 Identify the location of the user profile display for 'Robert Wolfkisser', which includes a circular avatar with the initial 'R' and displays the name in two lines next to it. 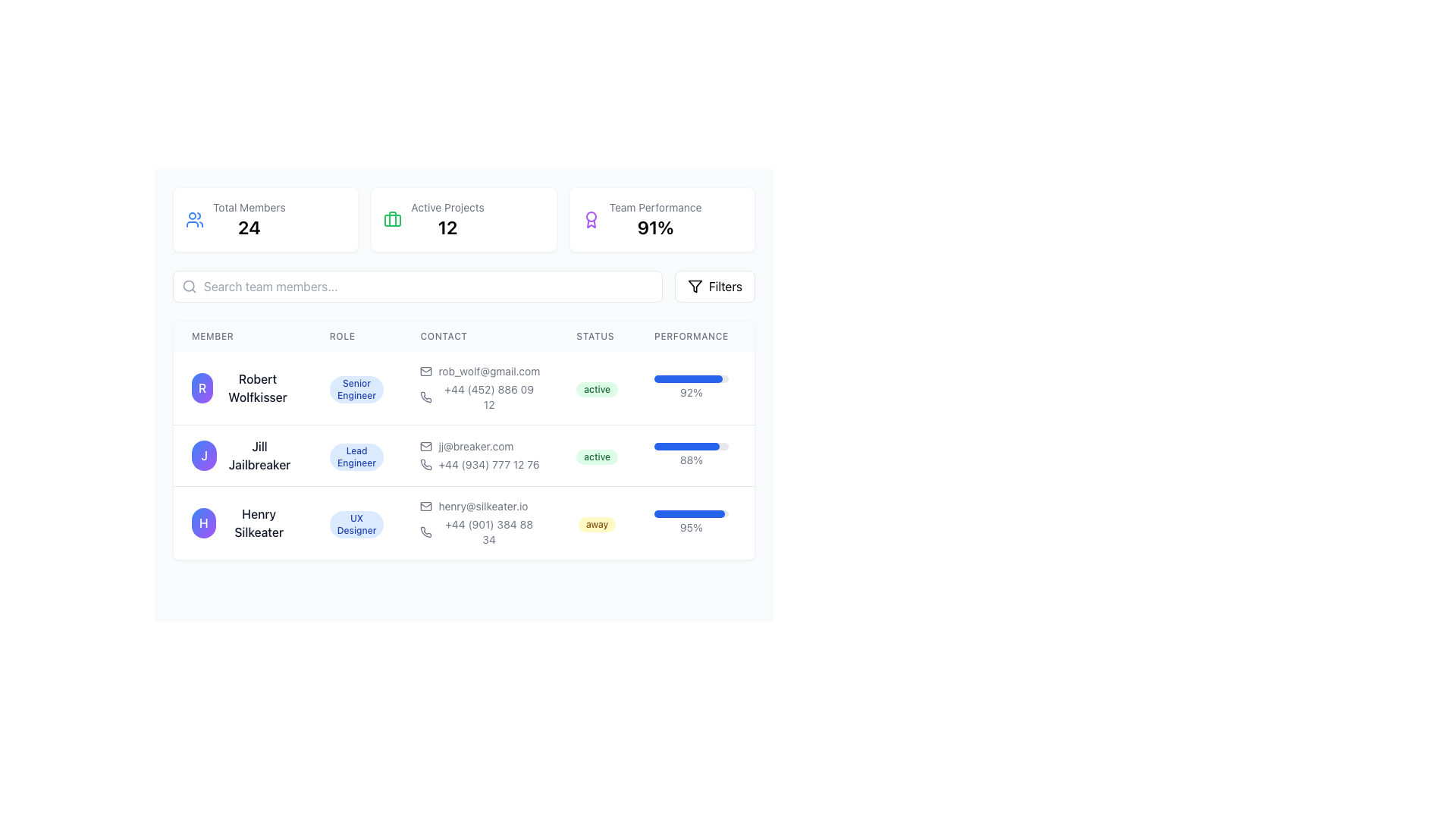
(241, 388).